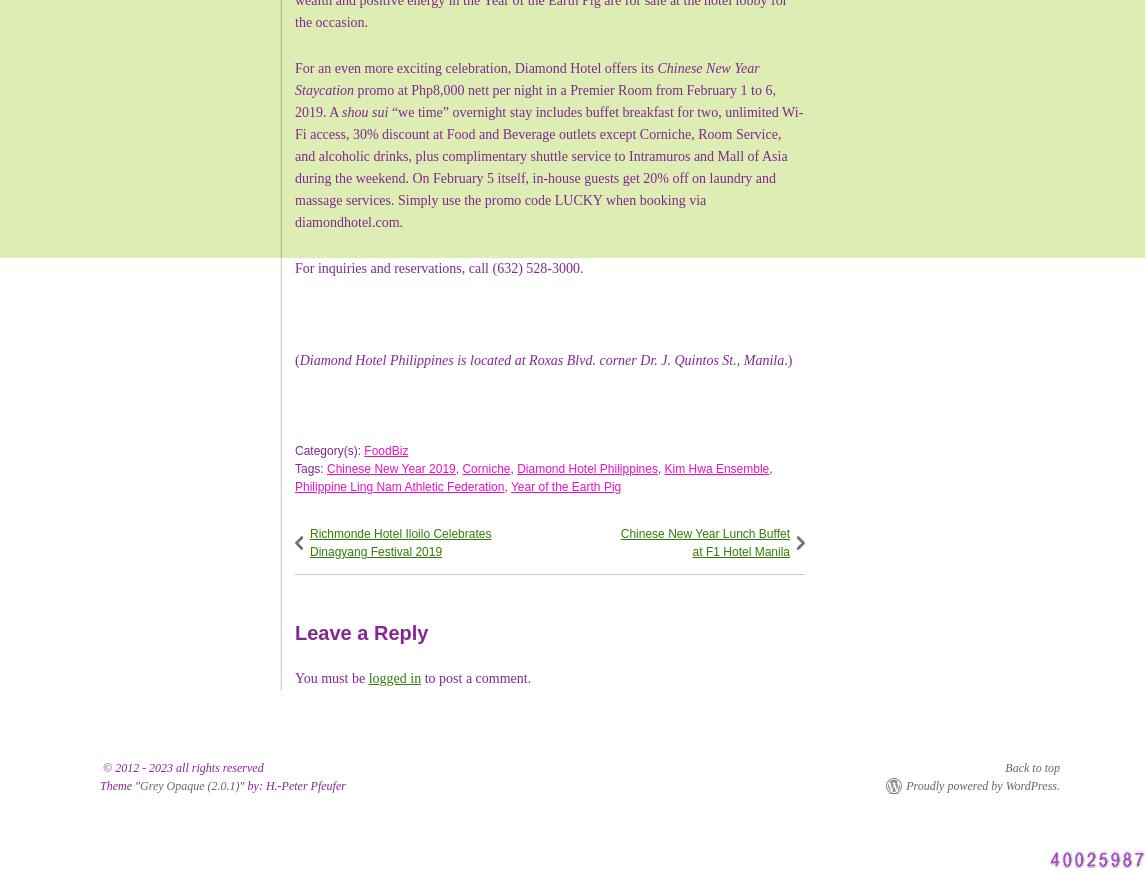  Describe the element at coordinates (364, 110) in the screenshot. I see `'shou sui'` at that location.